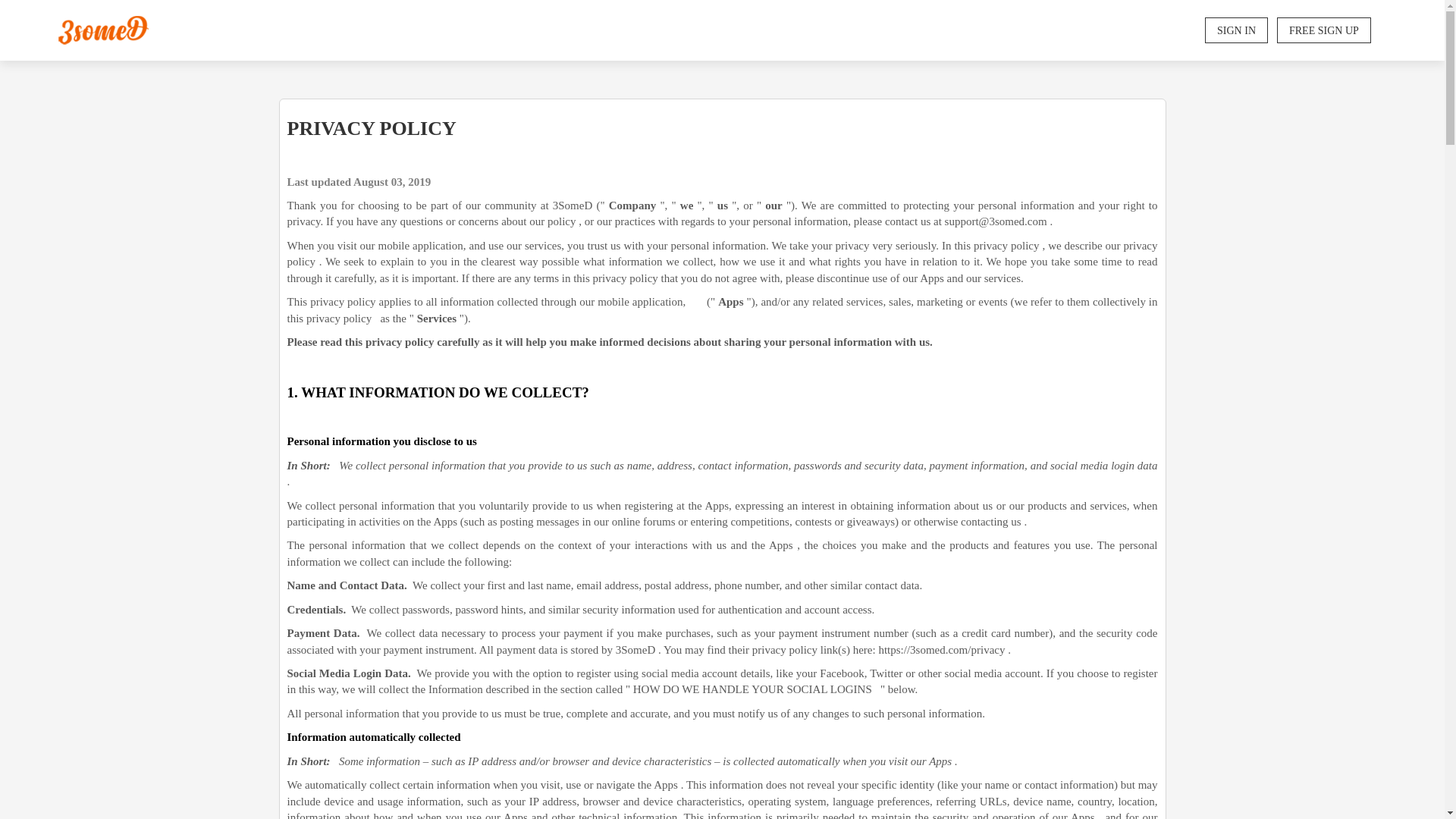 The width and height of the screenshot is (1456, 819). What do you see at coordinates (1236, 30) in the screenshot?
I see `'SIGN IN'` at bounding box center [1236, 30].